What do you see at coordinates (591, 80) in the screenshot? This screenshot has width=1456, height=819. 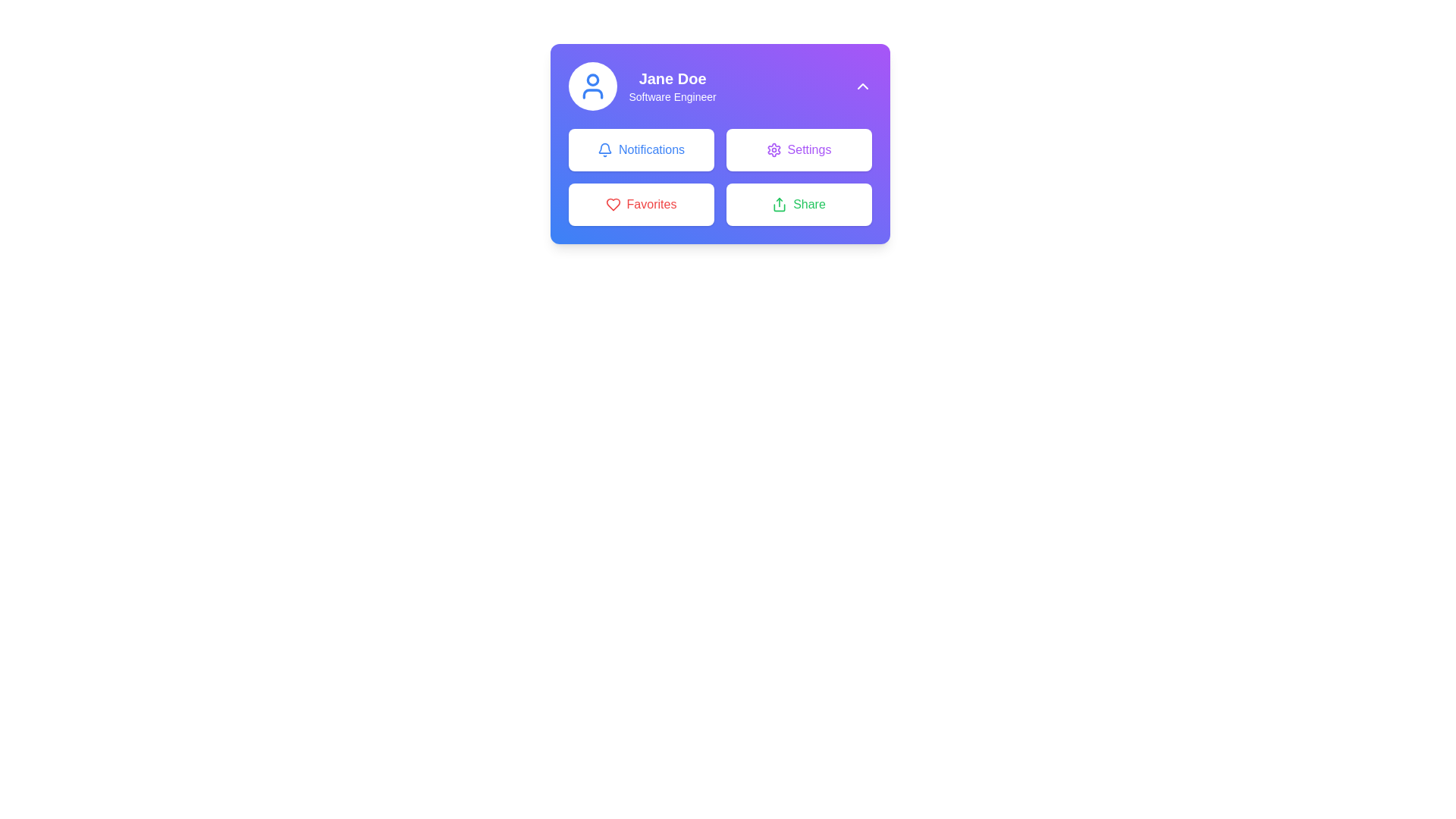 I see `the circular blue and white icon representing the user's head within the avatar illustration, located at the top-left corner of the card` at bounding box center [591, 80].